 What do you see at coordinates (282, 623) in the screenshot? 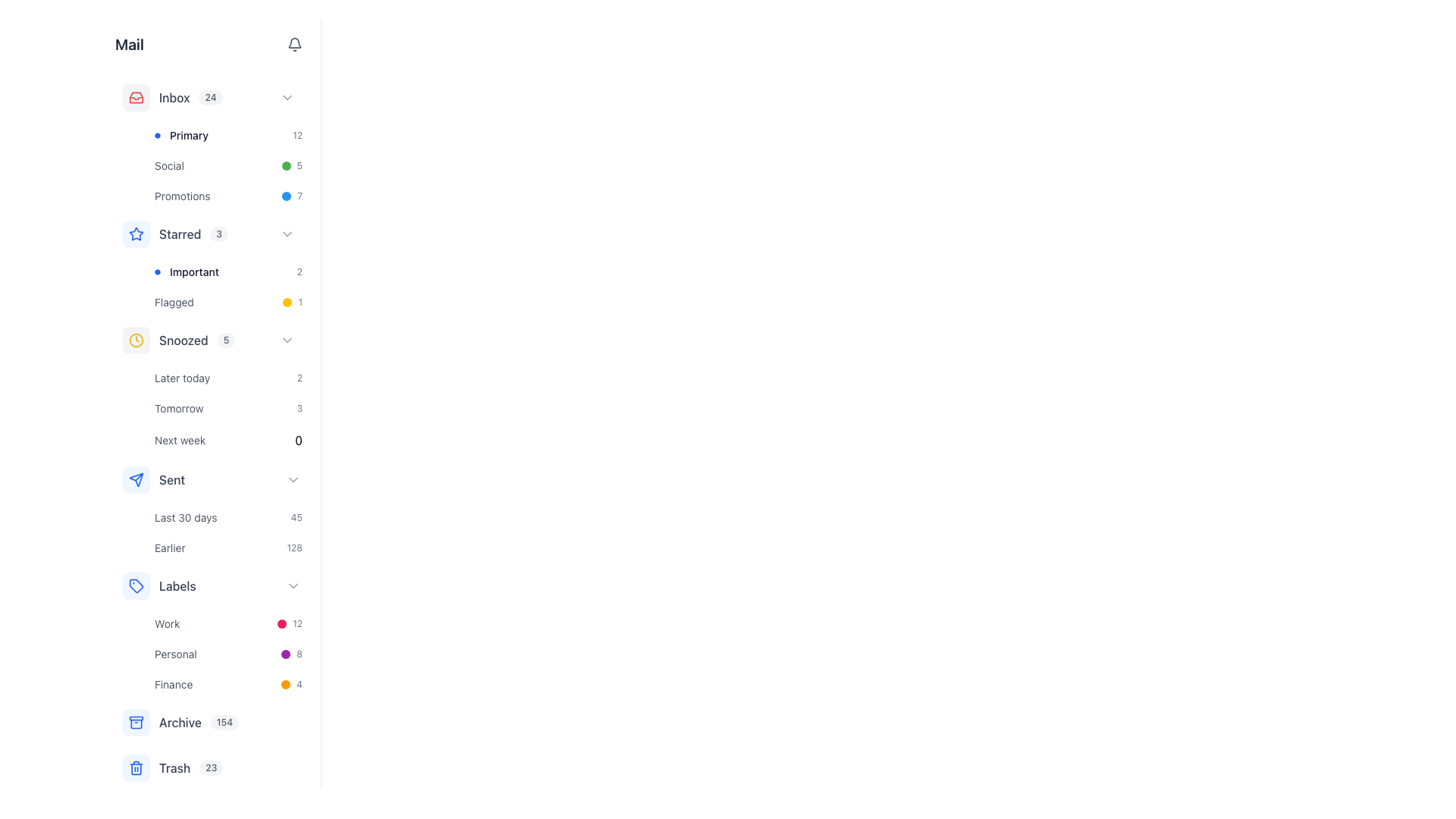
I see `the pink circular icon in the 'Work' label section, which serves as a visual indicator for a category or tag` at bounding box center [282, 623].